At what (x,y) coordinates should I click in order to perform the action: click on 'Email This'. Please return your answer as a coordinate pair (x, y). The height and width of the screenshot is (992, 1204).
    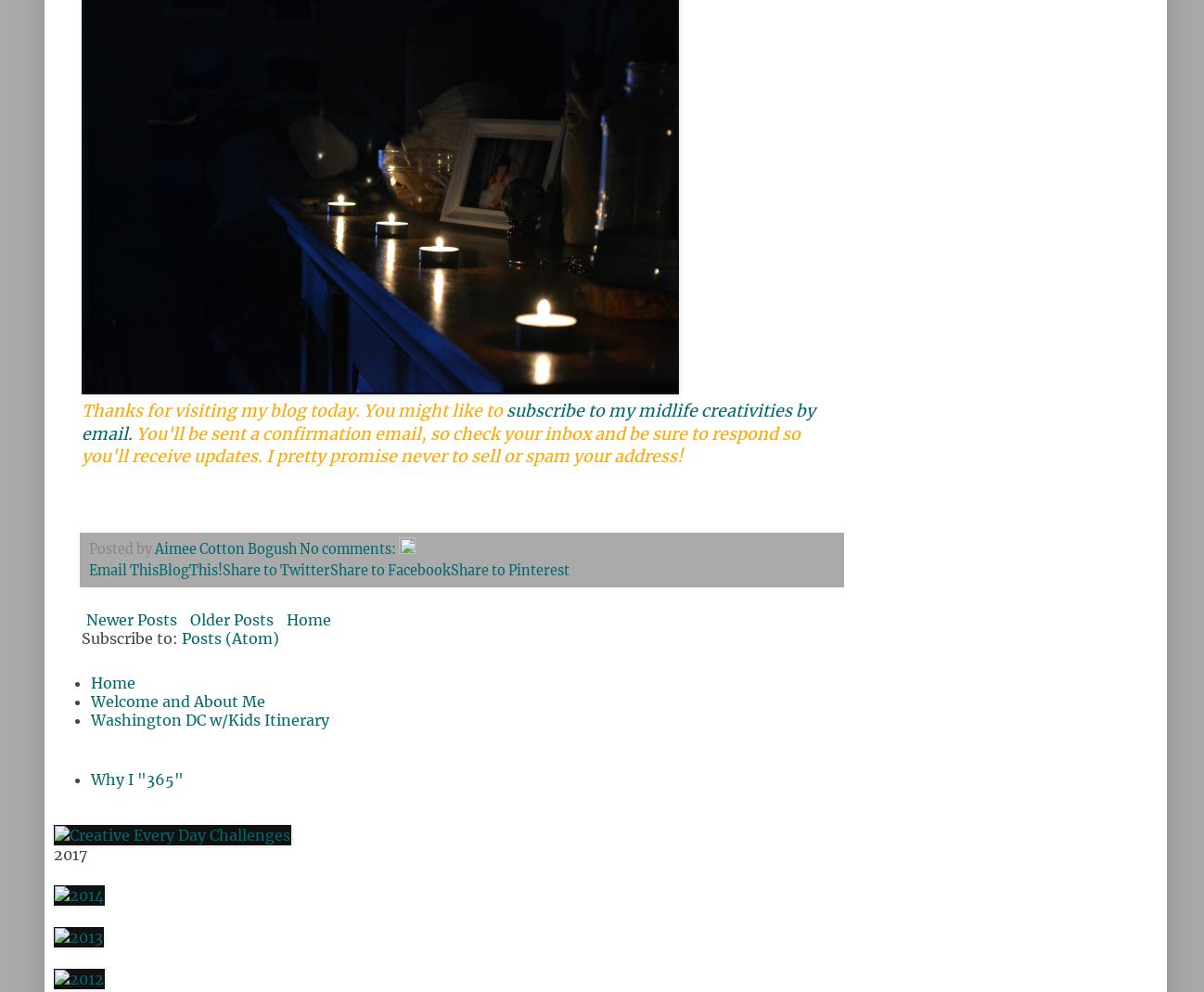
    Looking at the image, I should click on (122, 570).